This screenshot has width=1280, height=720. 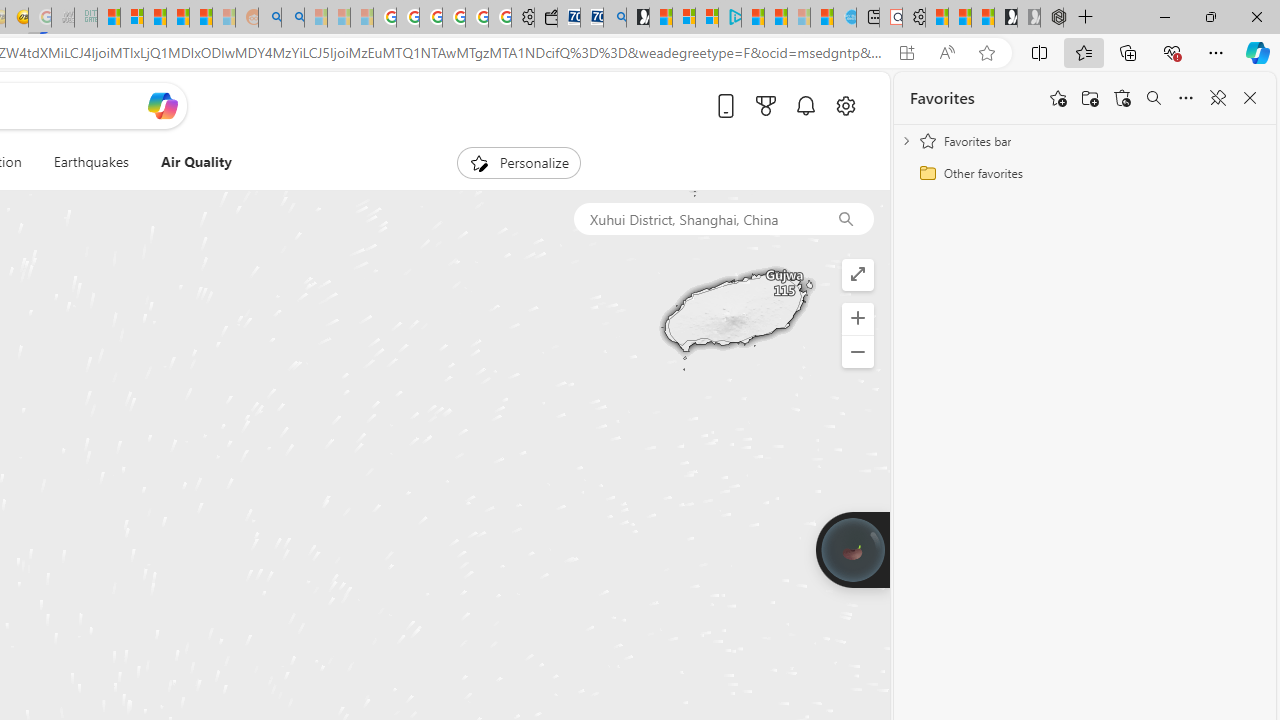 What do you see at coordinates (1249, 98) in the screenshot?
I see `'Close favorites'` at bounding box center [1249, 98].